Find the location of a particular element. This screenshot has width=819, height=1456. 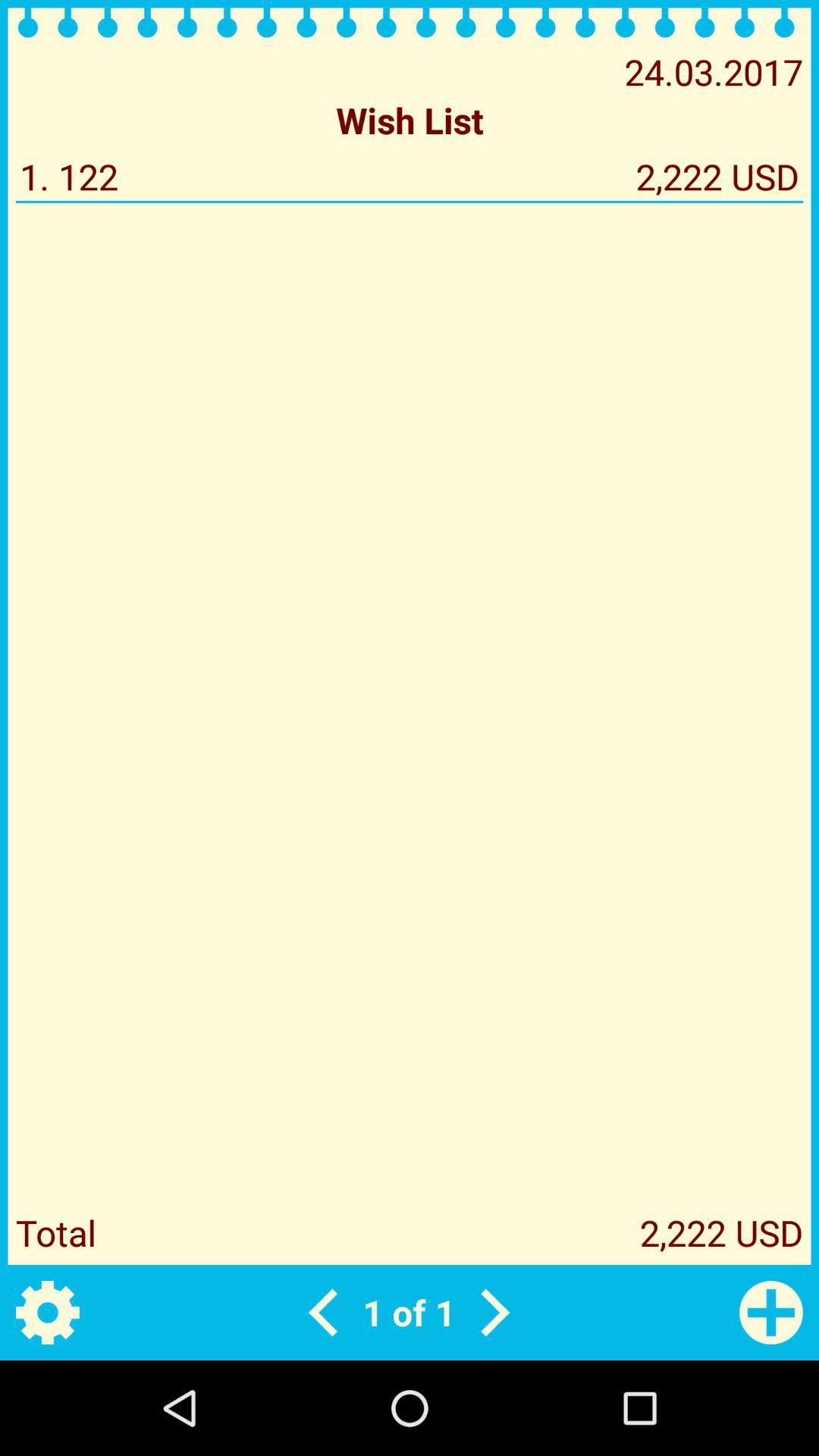

the arrow_forward icon is located at coordinates (495, 1404).